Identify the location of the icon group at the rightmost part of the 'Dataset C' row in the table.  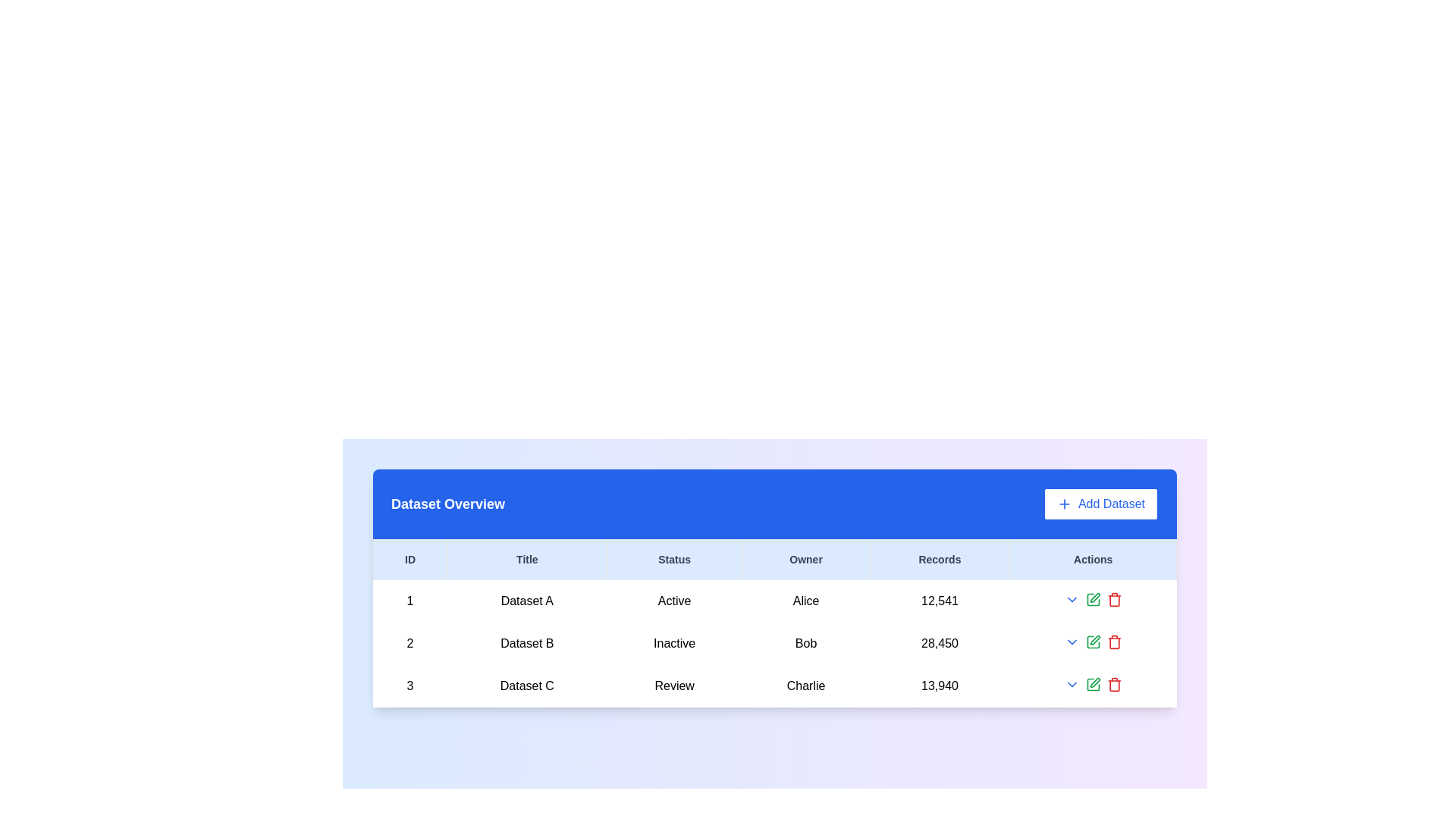
(1093, 684).